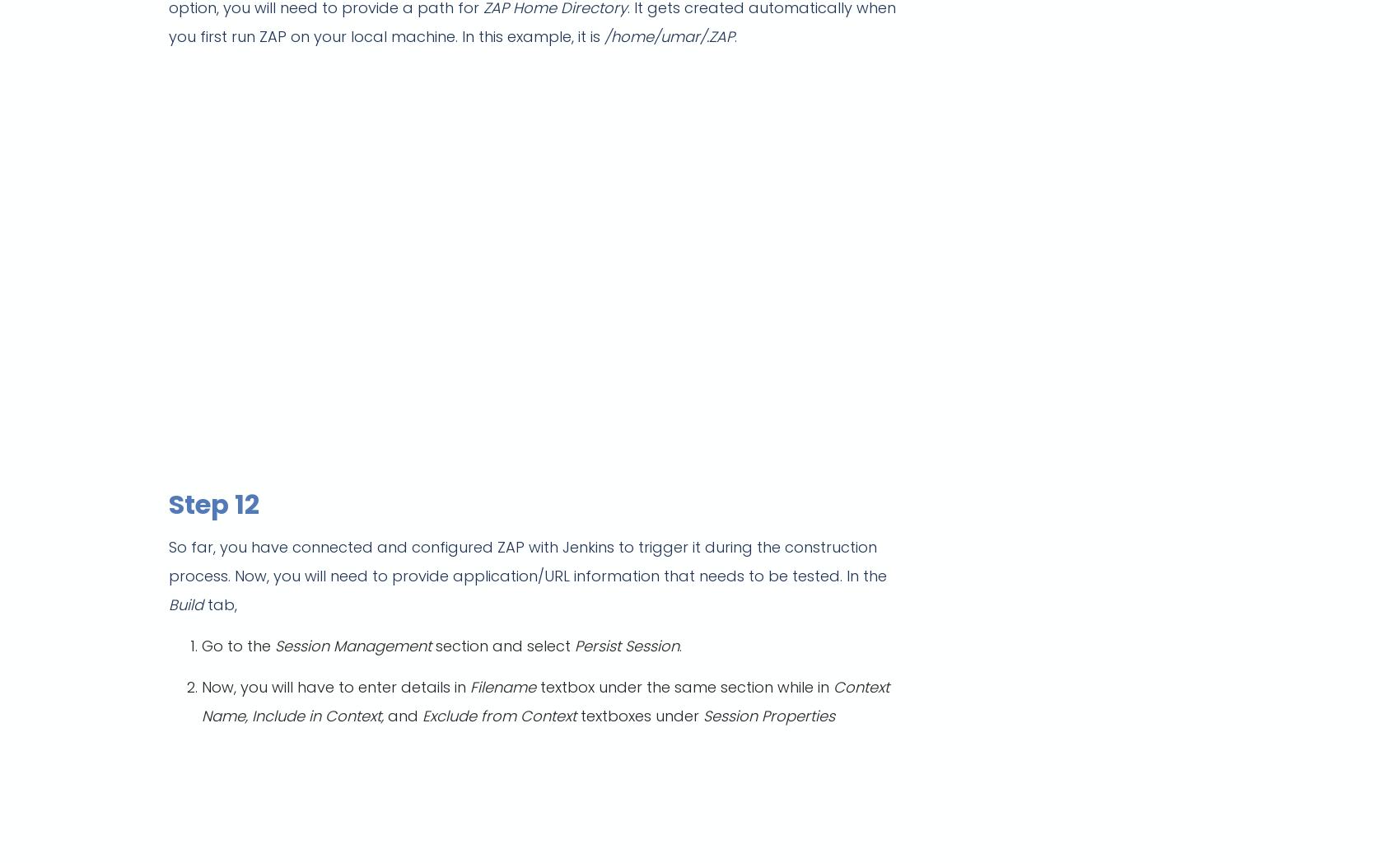  What do you see at coordinates (201, 646) in the screenshot?
I see `'Go to the'` at bounding box center [201, 646].